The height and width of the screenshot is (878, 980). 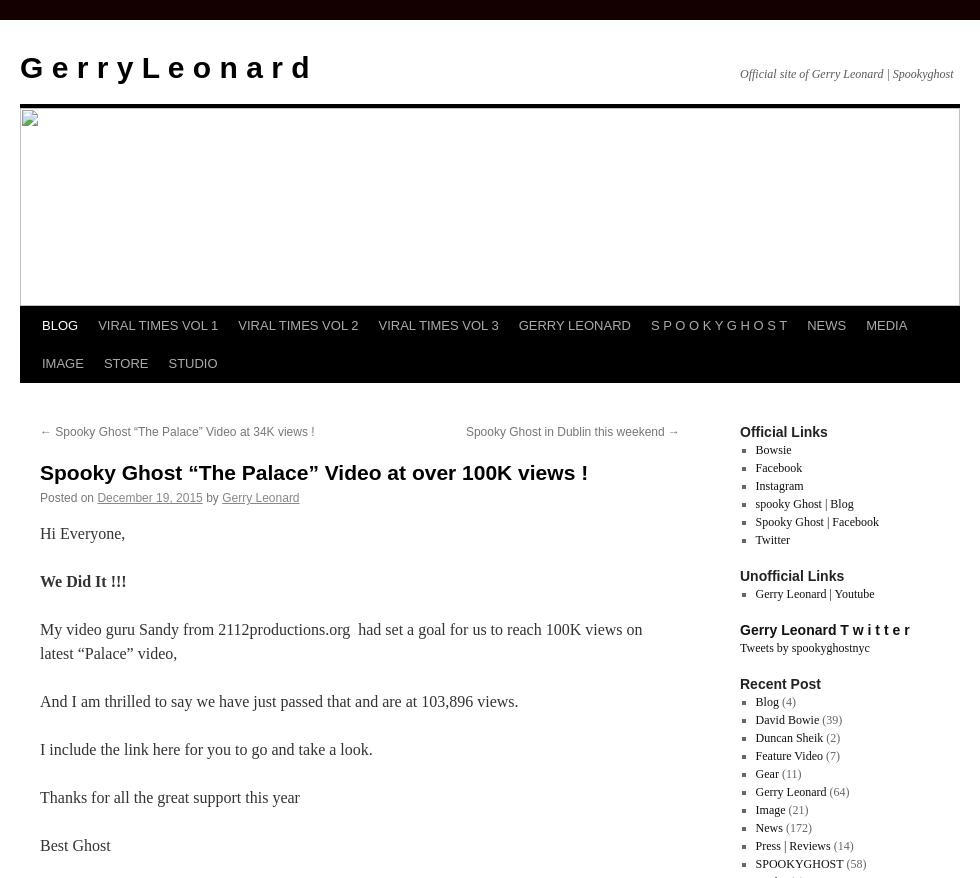 What do you see at coordinates (826, 791) in the screenshot?
I see `'(64)'` at bounding box center [826, 791].